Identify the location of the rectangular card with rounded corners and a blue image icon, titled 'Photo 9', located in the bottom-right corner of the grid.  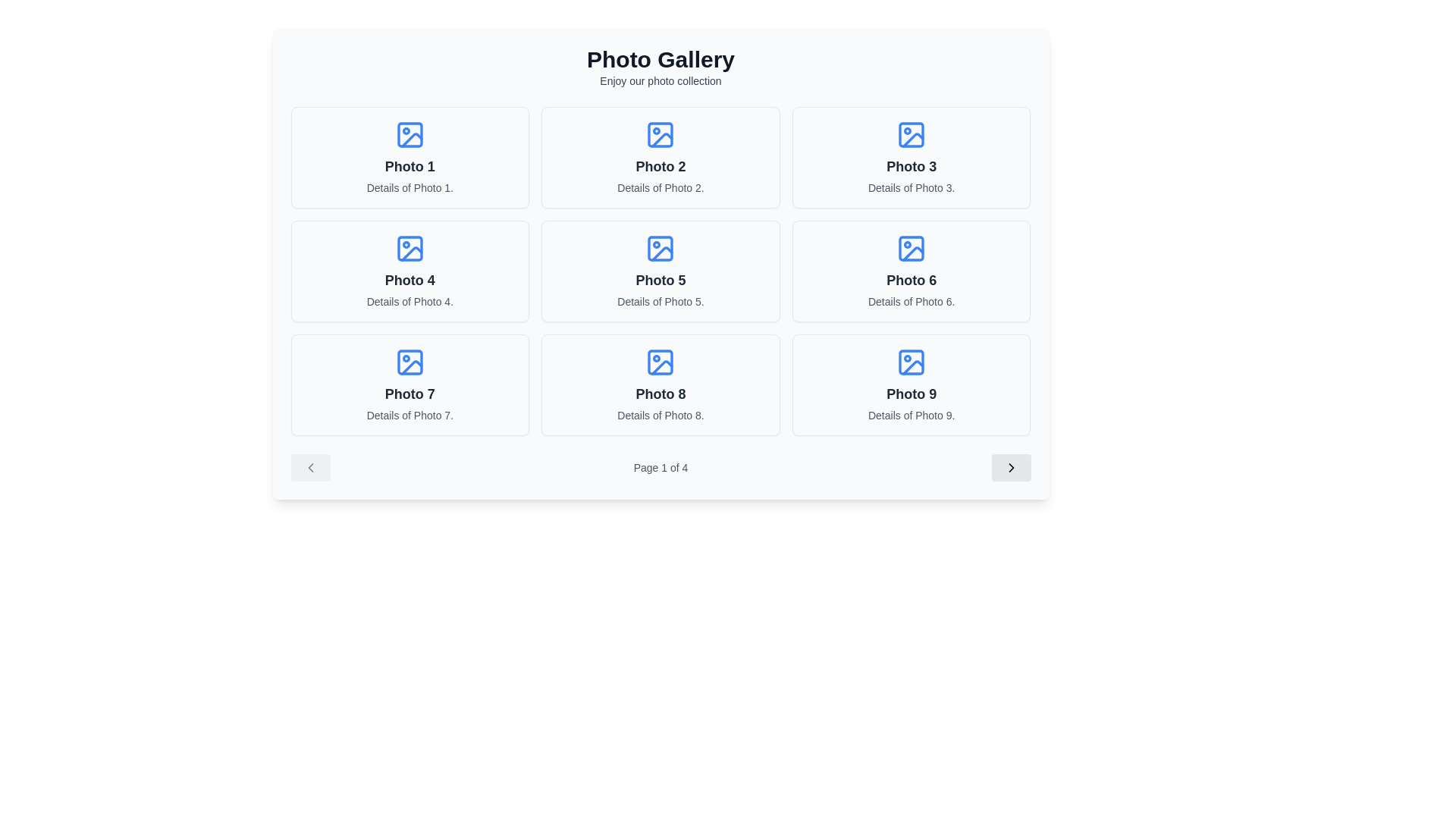
(911, 384).